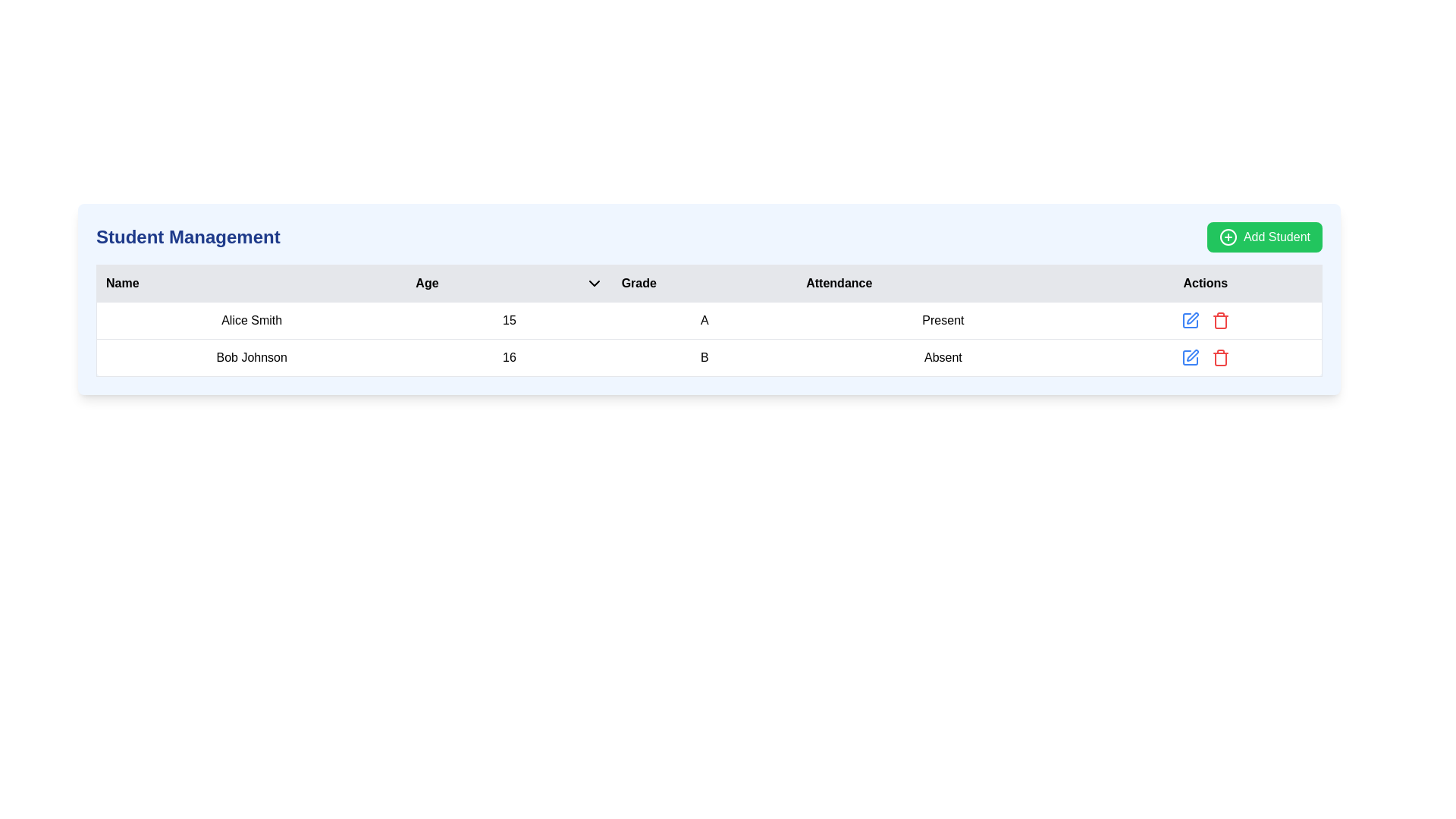 Image resolution: width=1456 pixels, height=819 pixels. Describe the element at coordinates (942, 320) in the screenshot. I see `the 'Present' text label indicating the attendance status of Alice Smith in the Attendance column of the table` at that location.